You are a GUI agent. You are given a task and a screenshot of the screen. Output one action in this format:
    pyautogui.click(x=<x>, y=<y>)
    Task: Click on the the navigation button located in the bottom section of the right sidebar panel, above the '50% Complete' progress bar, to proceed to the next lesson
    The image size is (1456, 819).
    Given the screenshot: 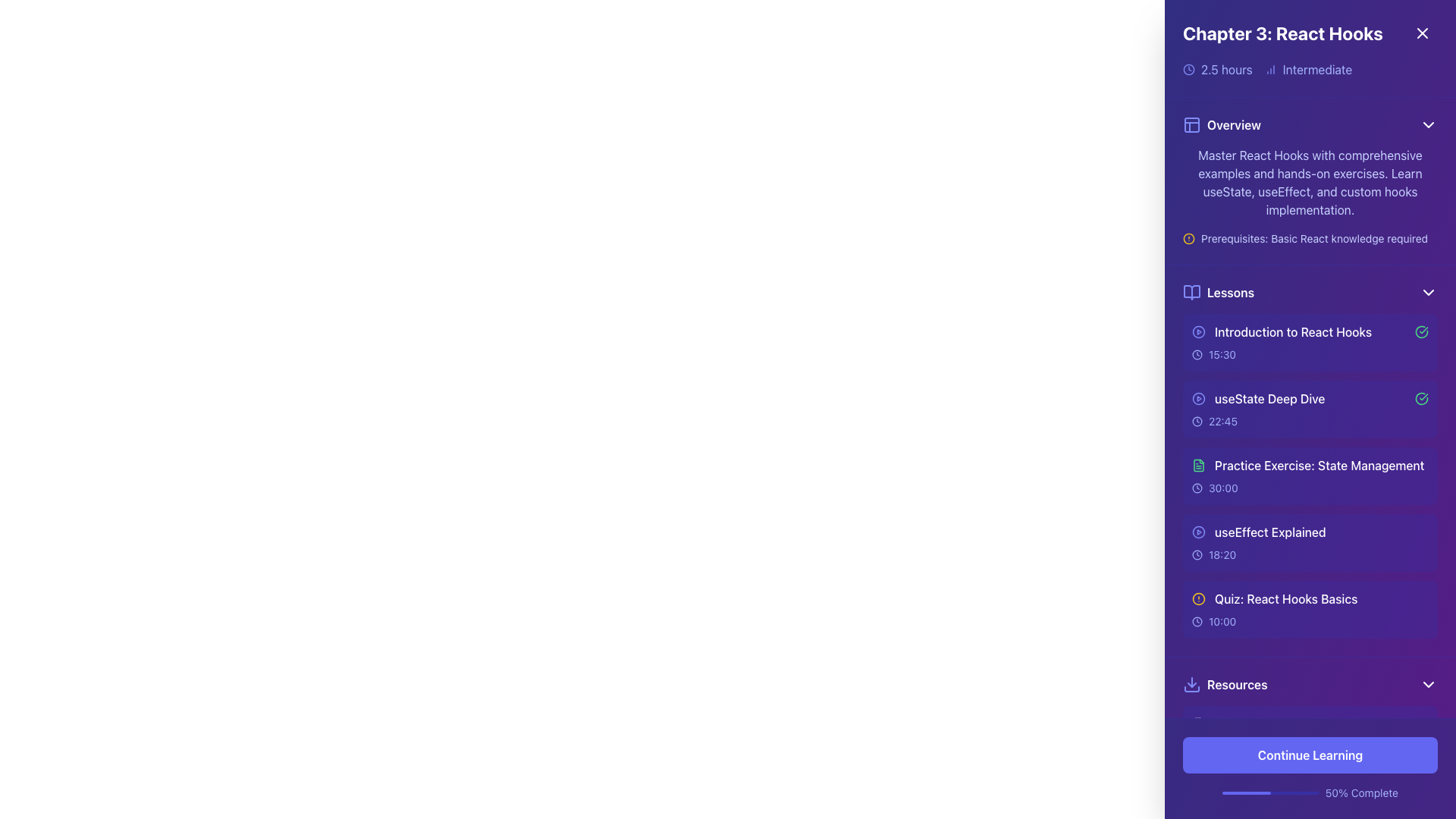 What is the action you would take?
    pyautogui.click(x=1310, y=755)
    